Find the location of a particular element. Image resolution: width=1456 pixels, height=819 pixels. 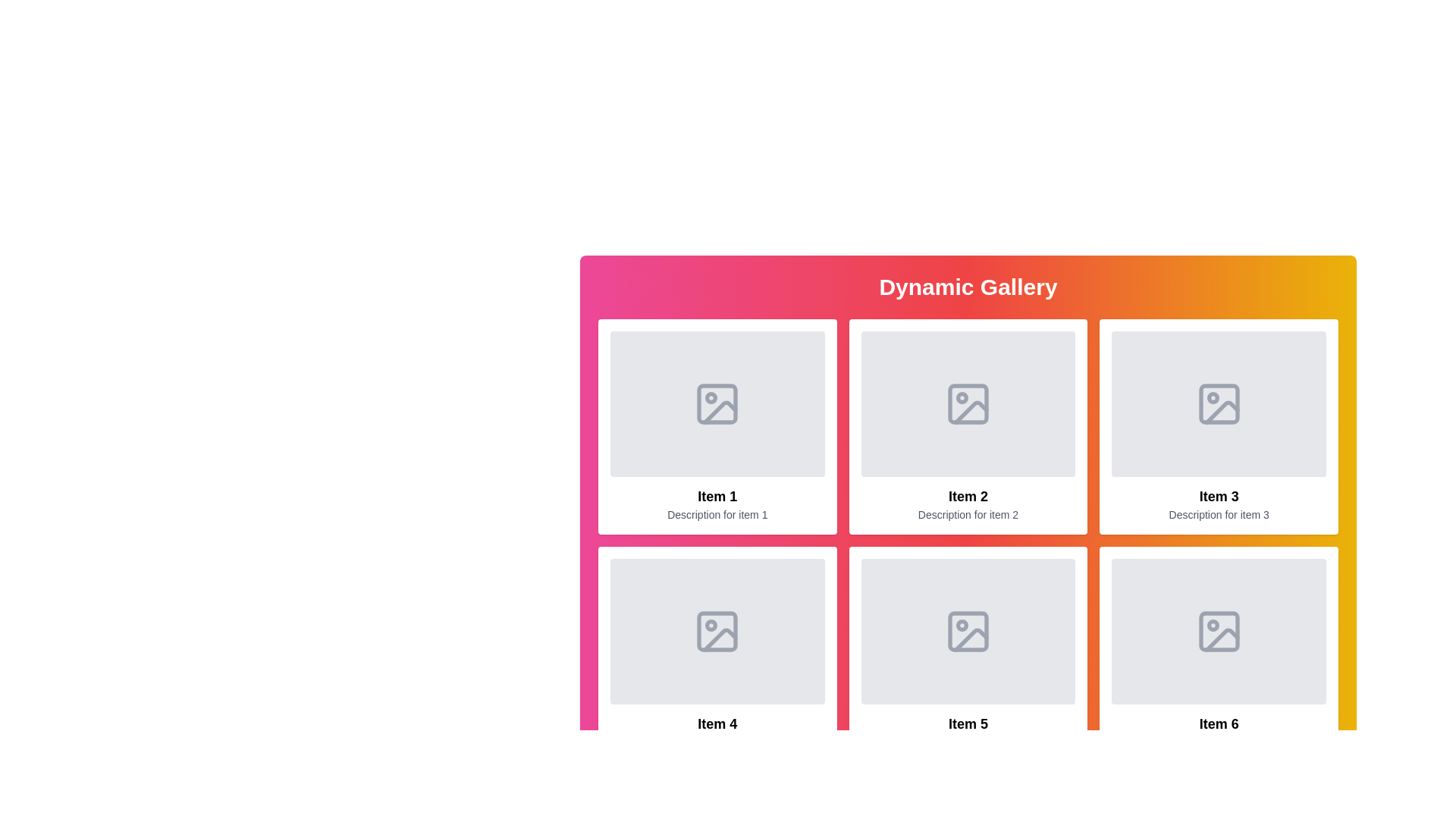

the Gallery item card labeled 'Item 2', which features an image placeholder icon at the top, a bold title 'Item 2', and a smaller description 'Description for item 2' is located at coordinates (967, 427).